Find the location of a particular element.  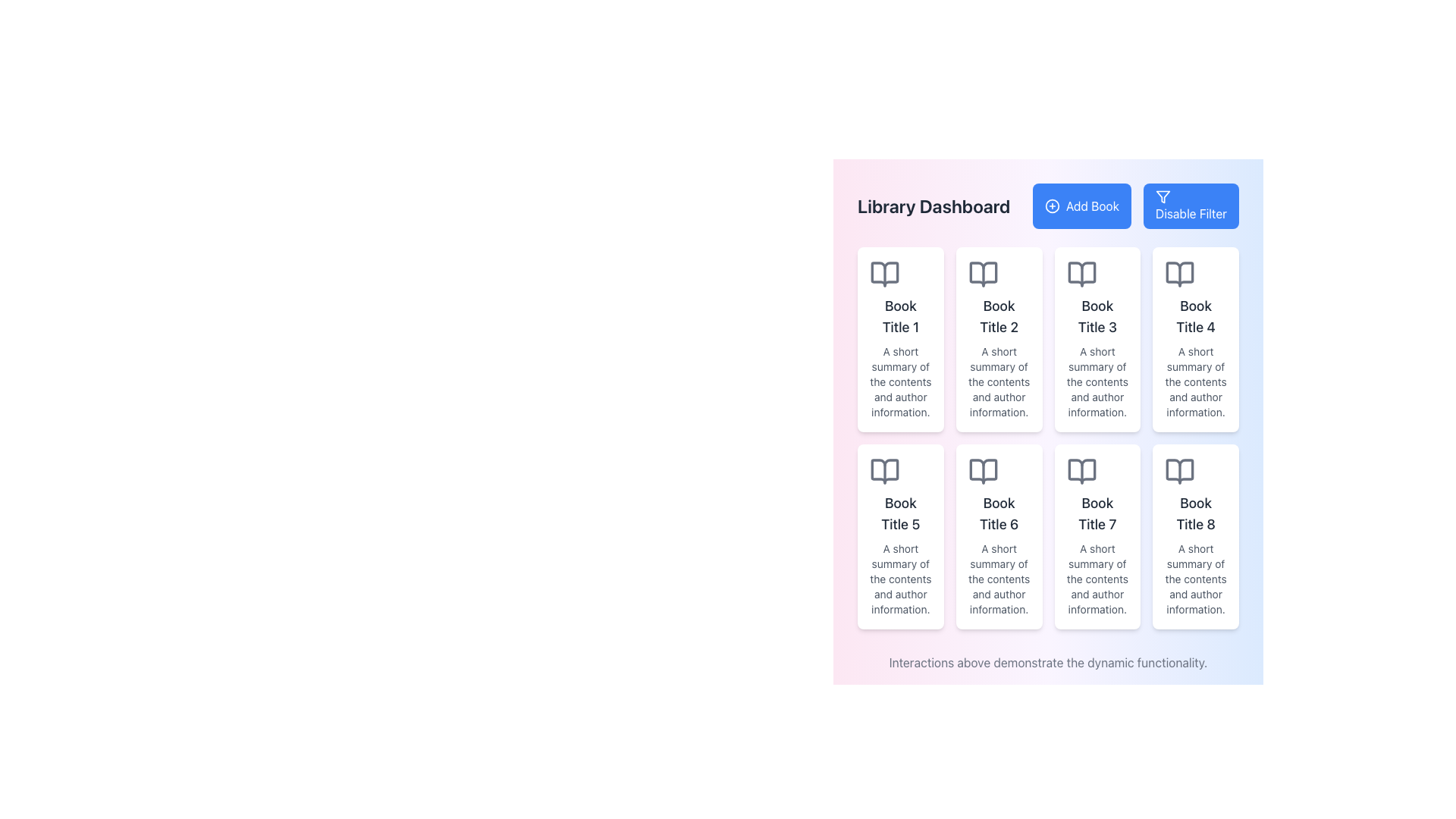

text content of the title label located in the last column and last row of the grid layout, positioned above the description and below the book icon is located at coordinates (1195, 513).